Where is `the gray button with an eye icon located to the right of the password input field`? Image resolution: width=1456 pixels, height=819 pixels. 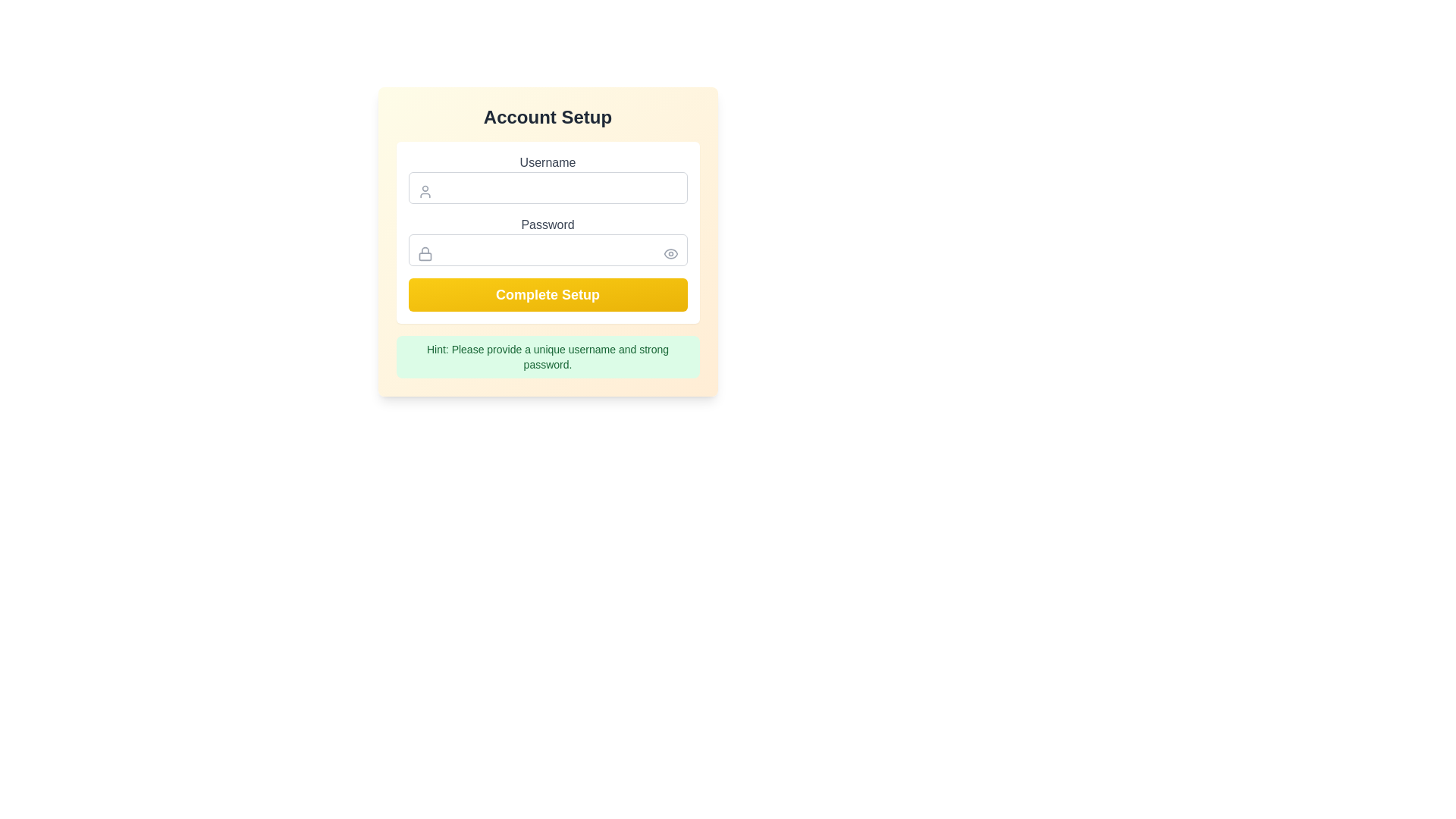
the gray button with an eye icon located to the right of the password input field is located at coordinates (670, 253).